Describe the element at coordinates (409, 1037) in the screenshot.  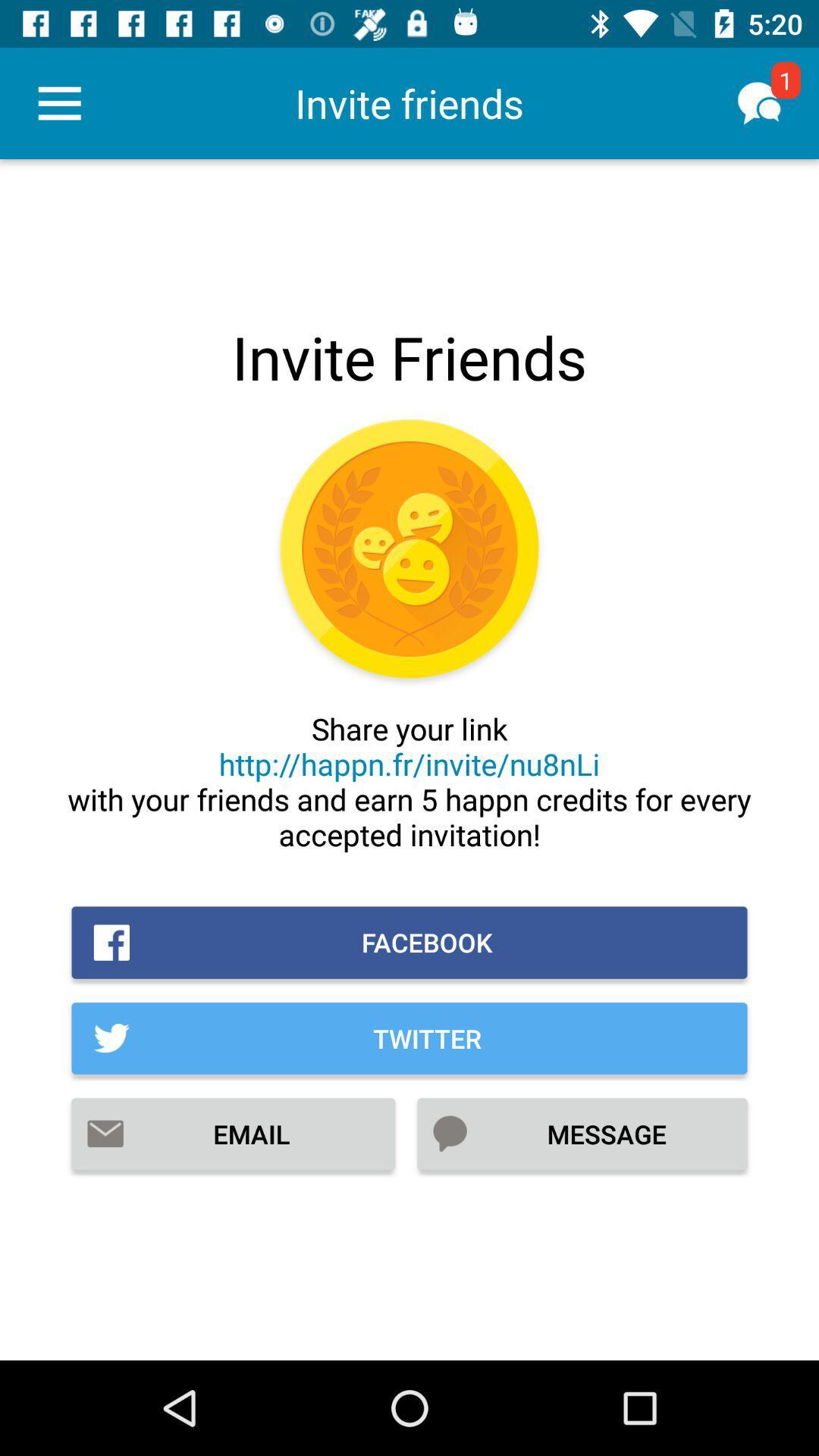
I see `item above the email` at that location.